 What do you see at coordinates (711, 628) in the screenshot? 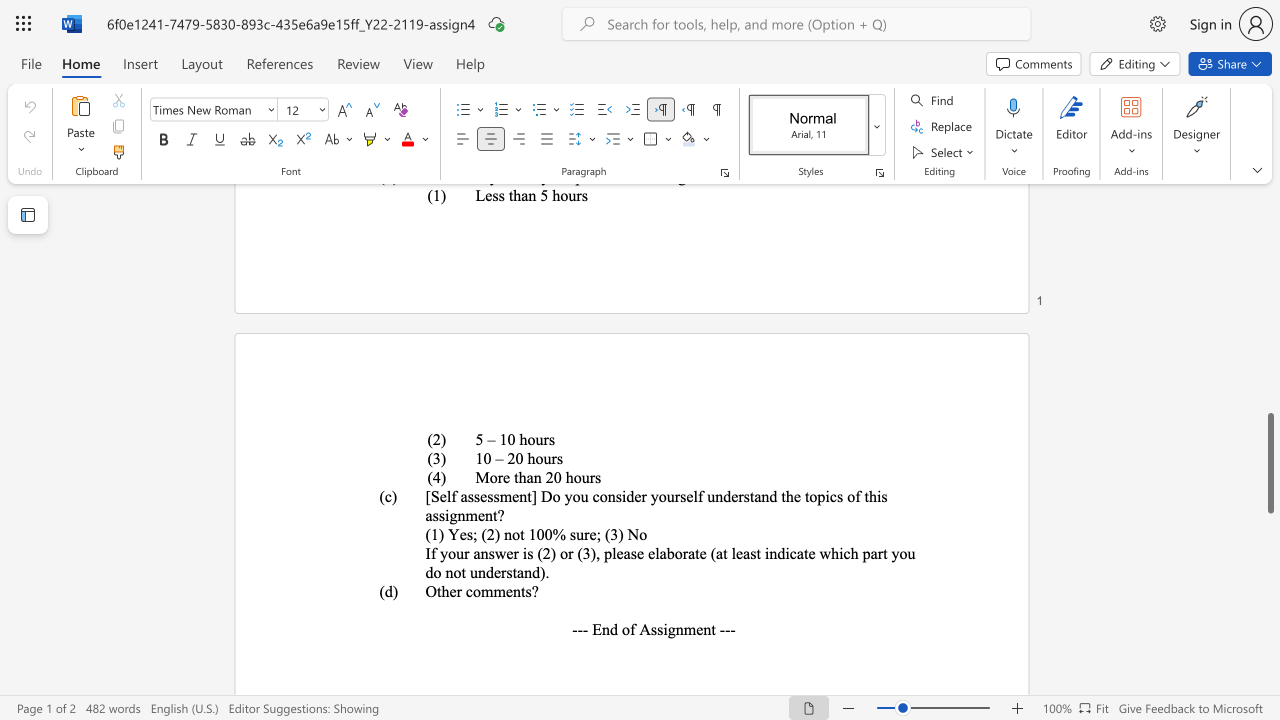
I see `the subset text "t -" within the text "--- End of Assignment ---"` at bounding box center [711, 628].